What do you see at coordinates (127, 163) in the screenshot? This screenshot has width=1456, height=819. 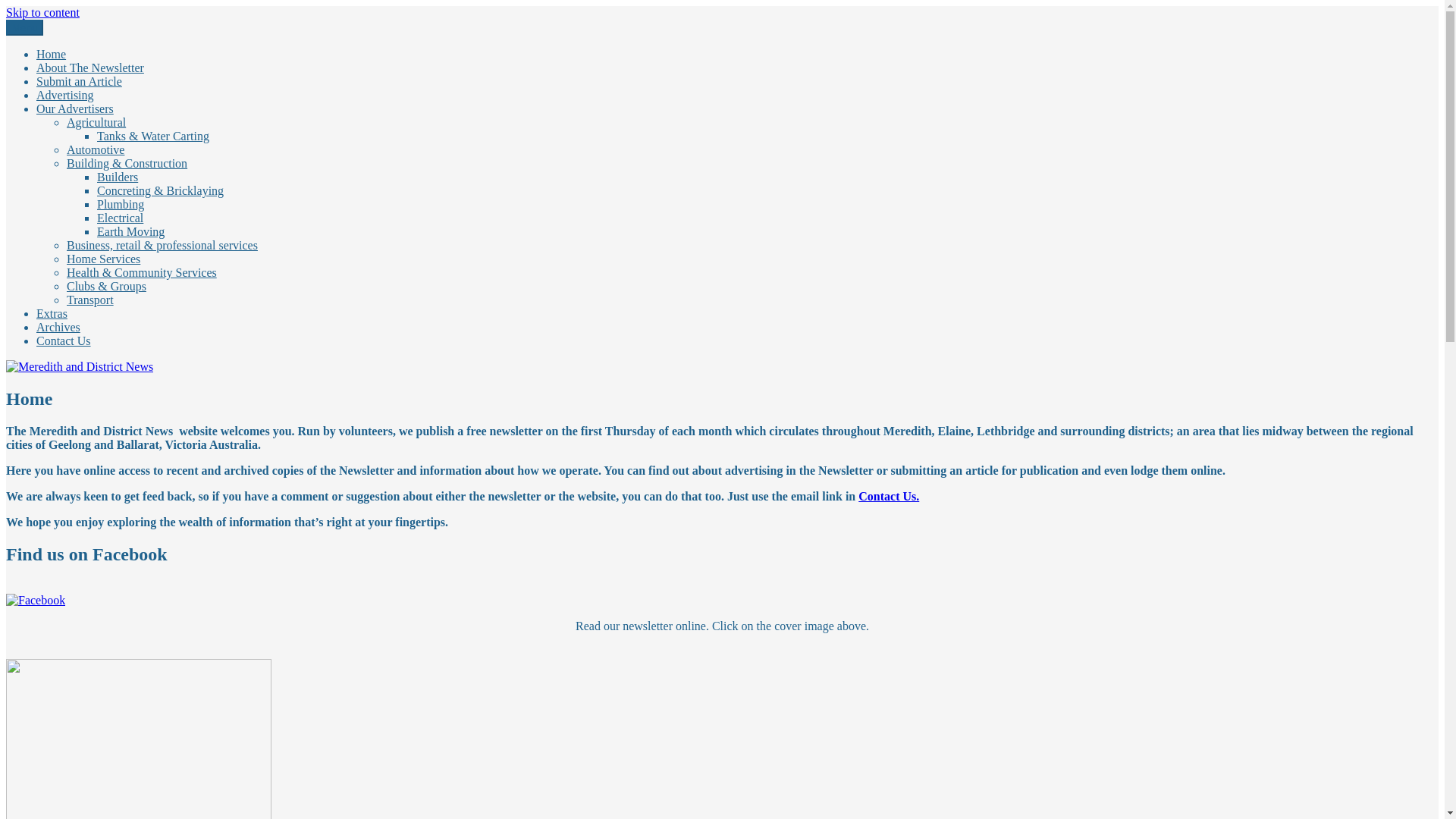 I see `'Building & Construction'` at bounding box center [127, 163].